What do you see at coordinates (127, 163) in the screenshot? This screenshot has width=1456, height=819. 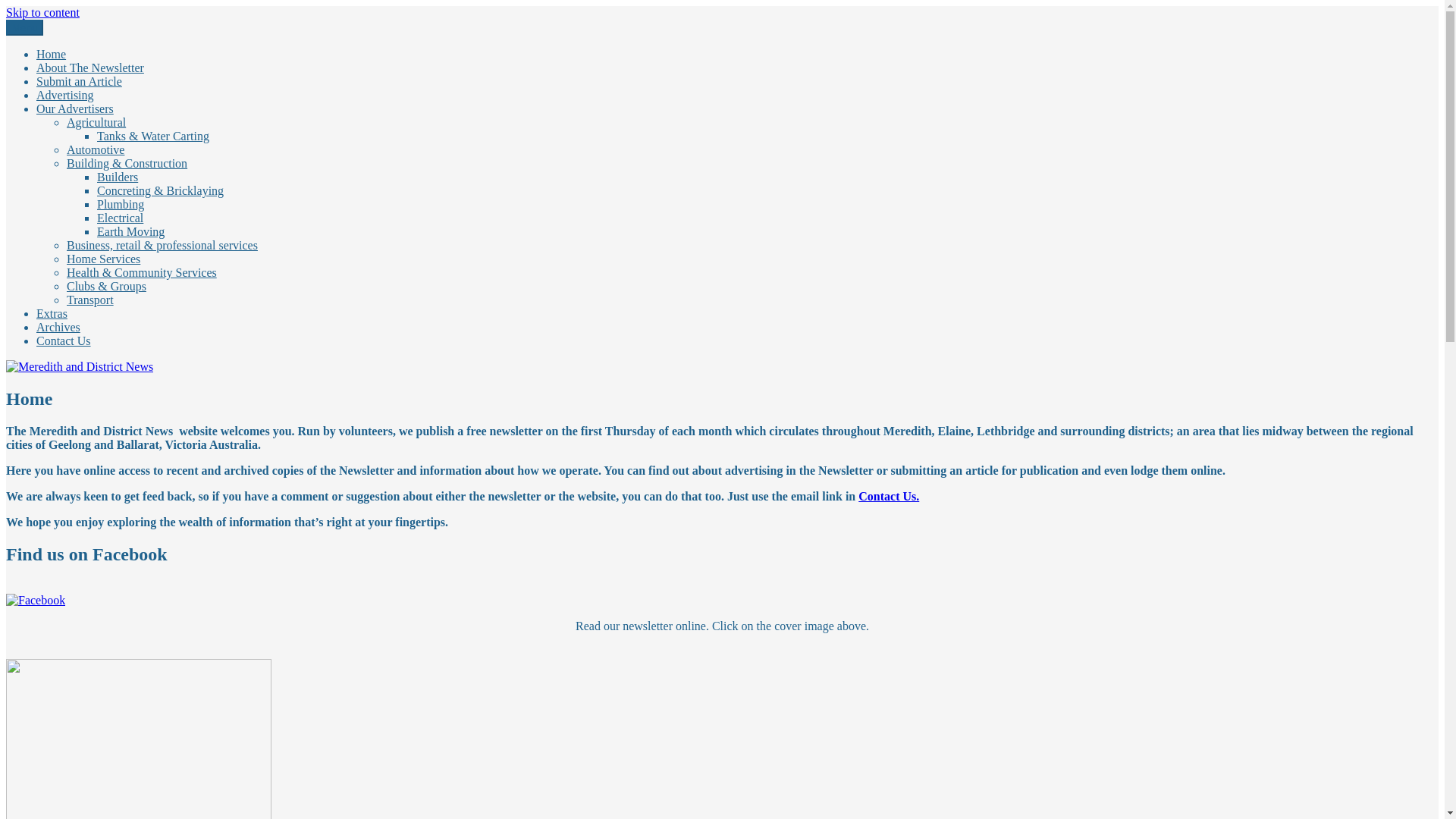 I see `'Building & Construction'` at bounding box center [127, 163].